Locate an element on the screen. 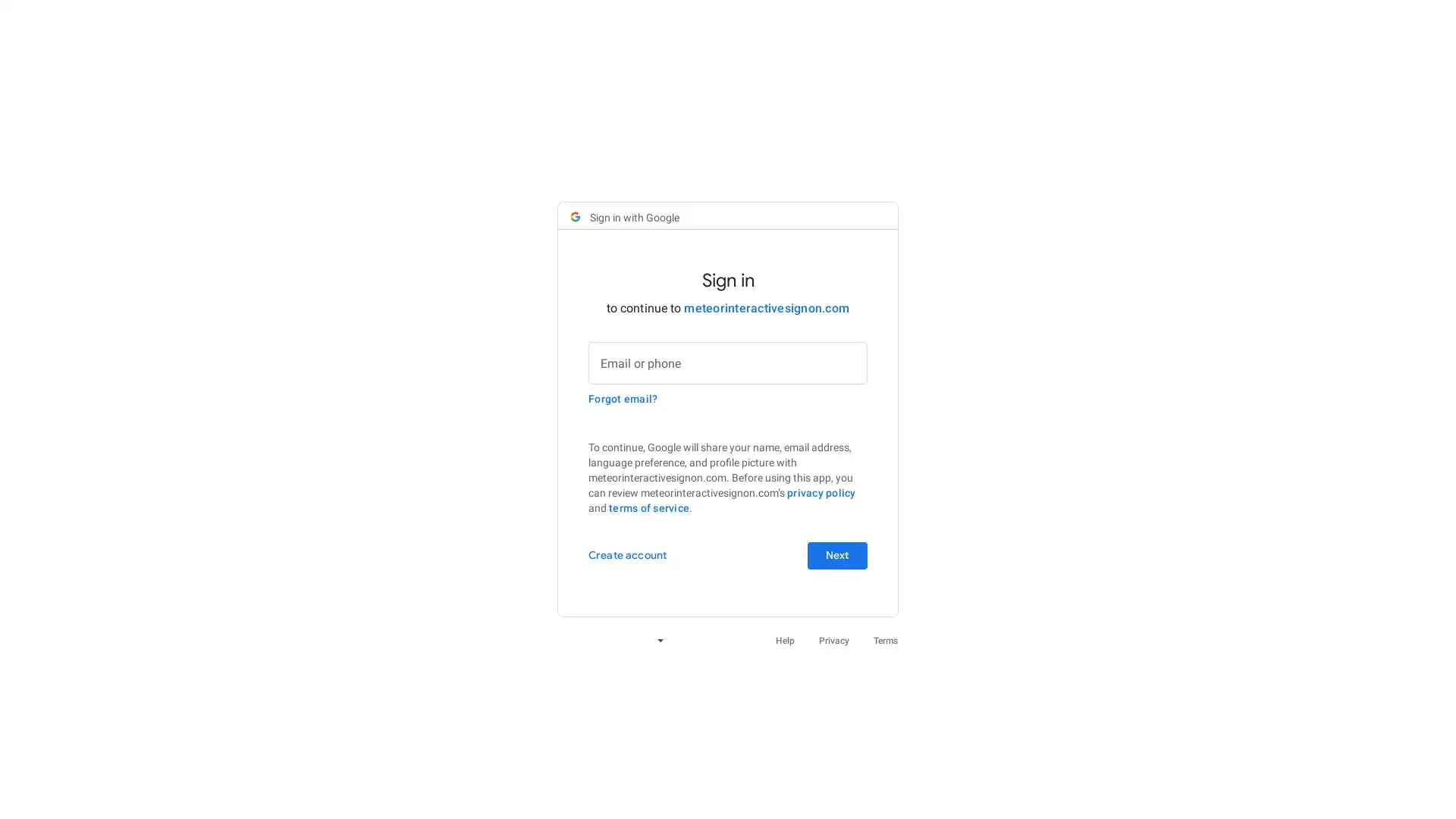  Forgot email? is located at coordinates (623, 397).